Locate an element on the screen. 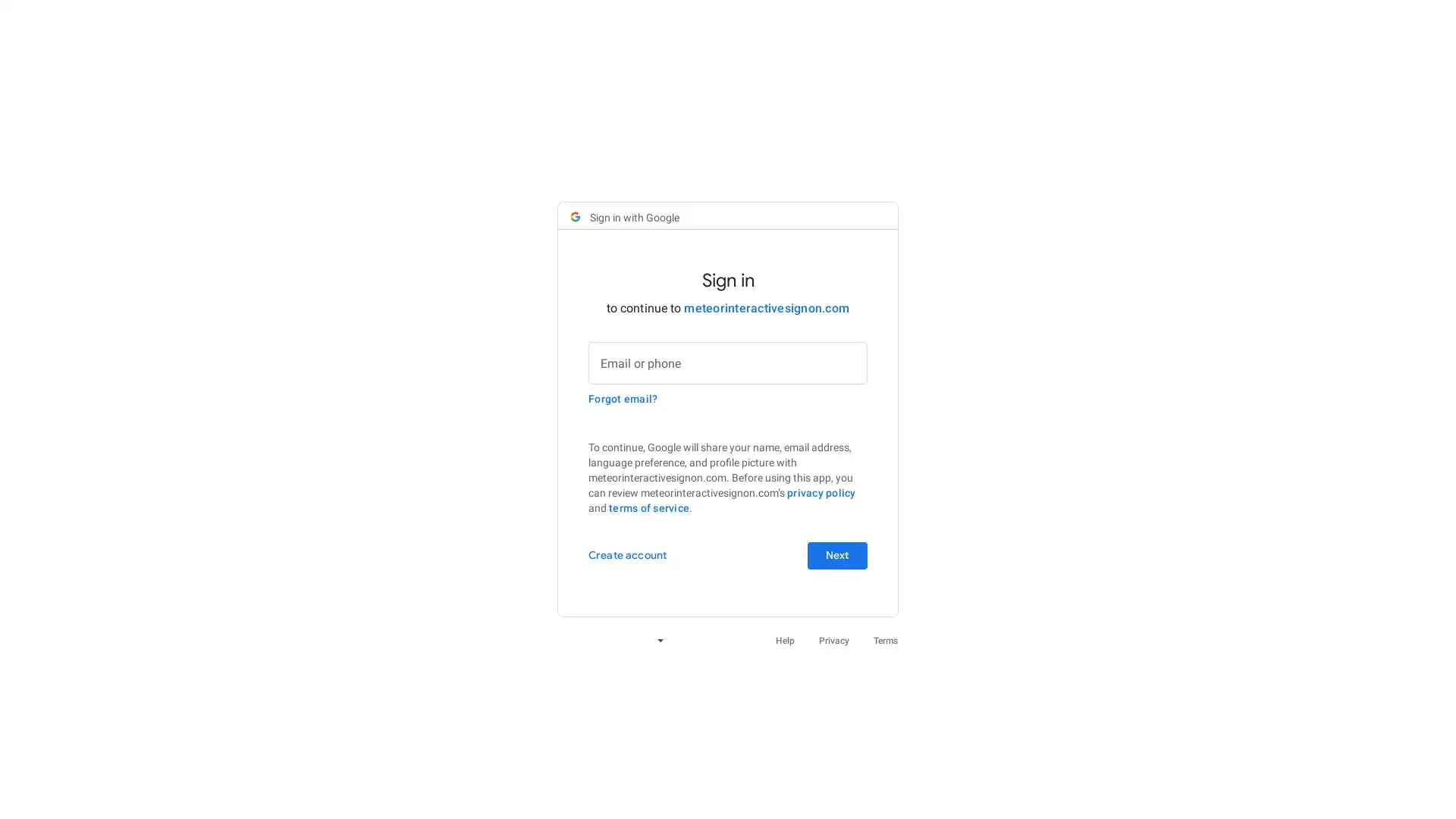  Forgot email? is located at coordinates (623, 397).